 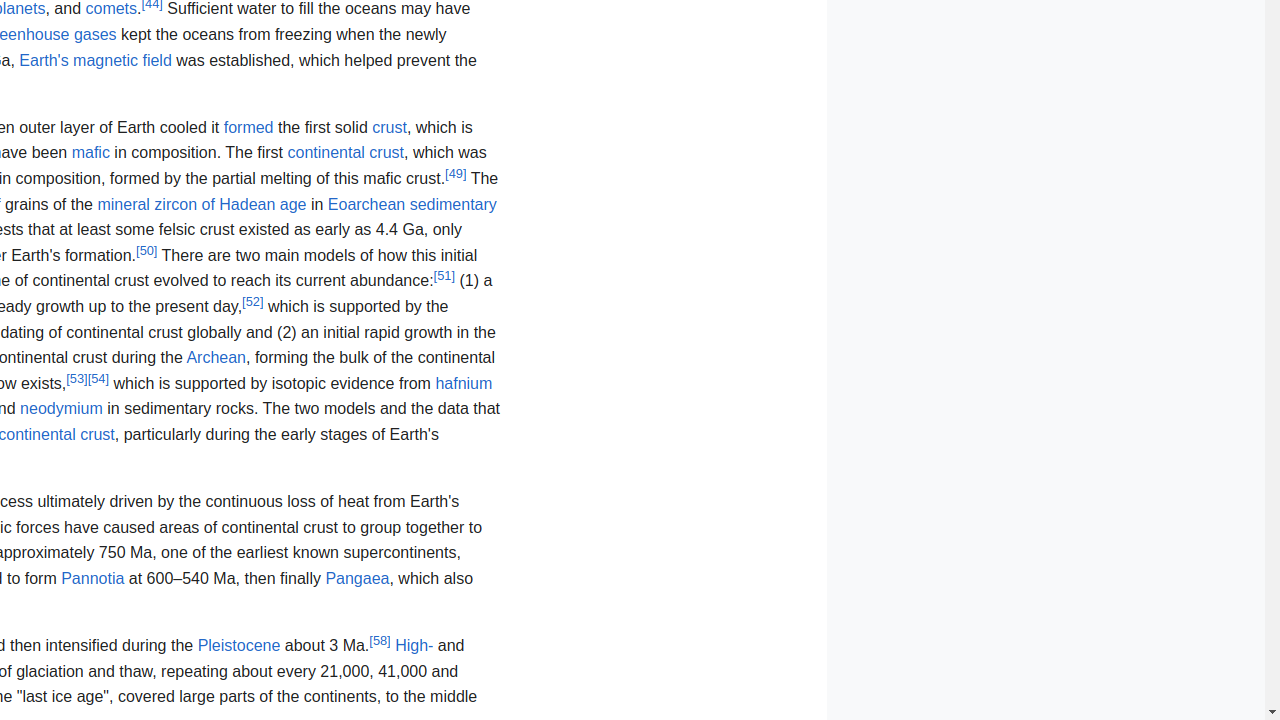 What do you see at coordinates (110, 9) in the screenshot?
I see `'comets'` at bounding box center [110, 9].